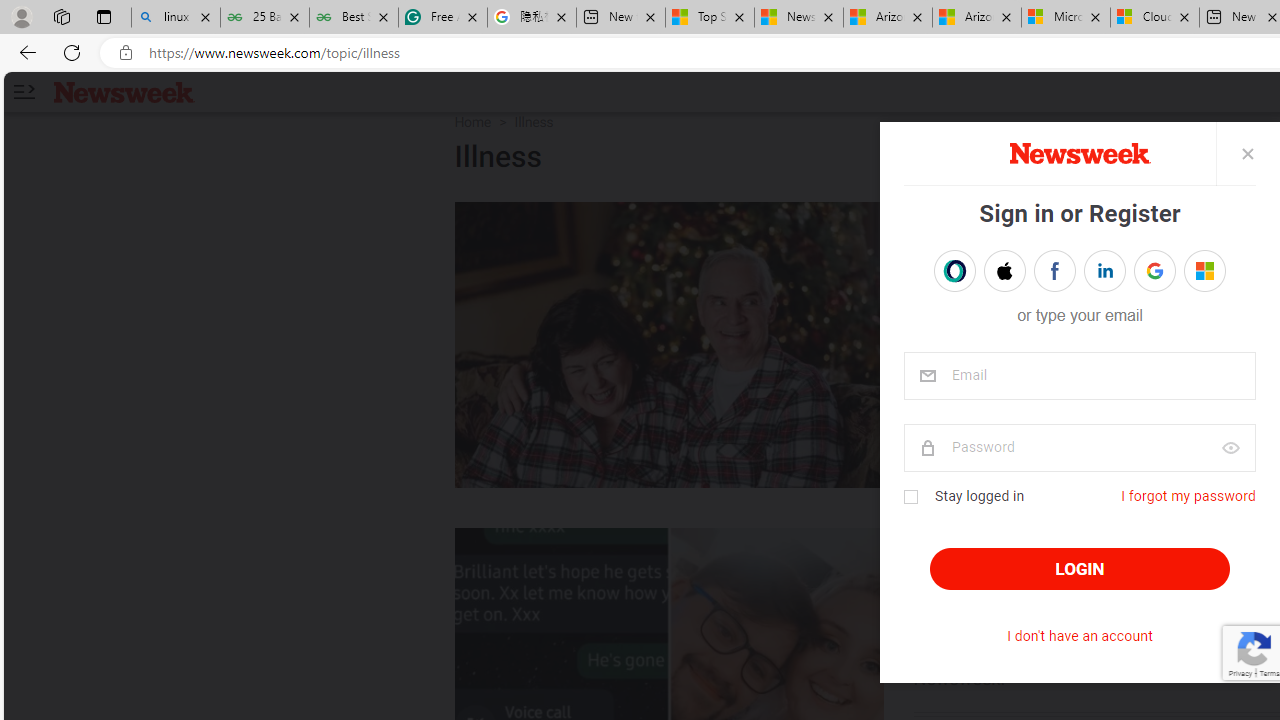  Describe the element at coordinates (1155, 17) in the screenshot. I see `'Cloud Computing Services | Microsoft Azure'` at that location.